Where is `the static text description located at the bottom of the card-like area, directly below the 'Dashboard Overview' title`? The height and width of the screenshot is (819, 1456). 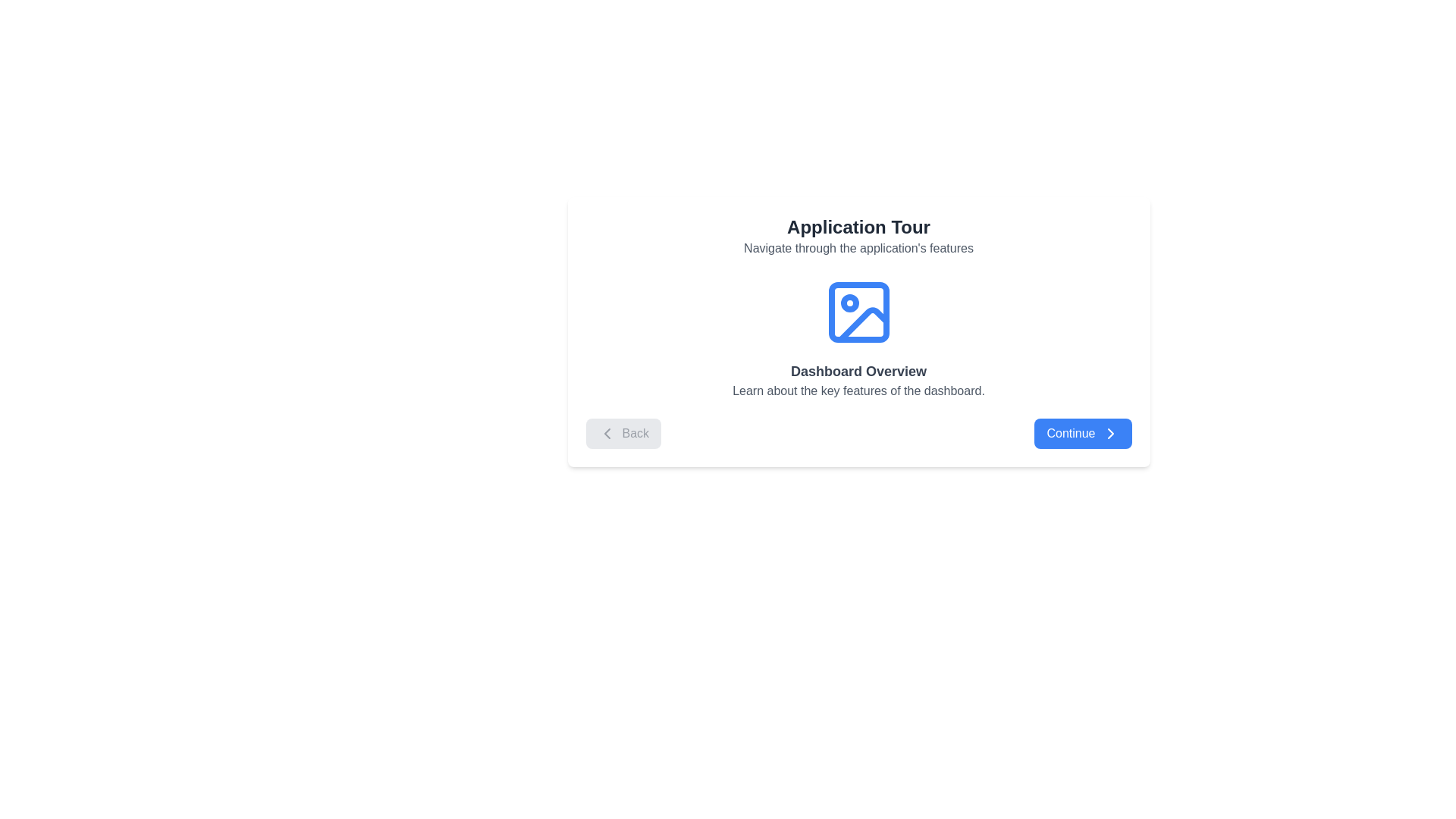 the static text description located at the bottom of the card-like area, directly below the 'Dashboard Overview' title is located at coordinates (858, 391).